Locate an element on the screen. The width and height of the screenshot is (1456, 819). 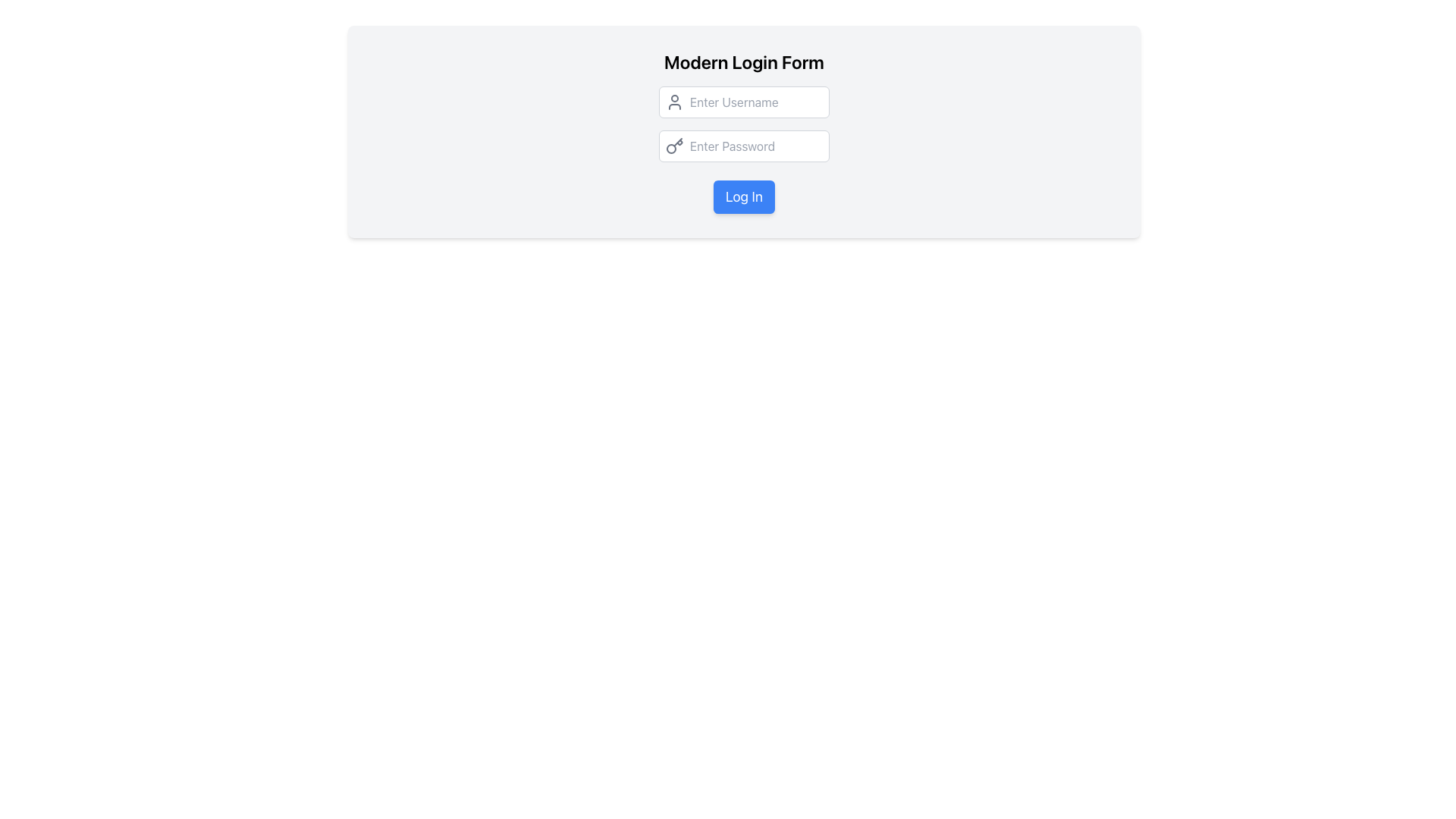
the user icon, which is a simple outline of a person styled in gray, located to the left of the 'Enter Username' text input field is located at coordinates (673, 102).